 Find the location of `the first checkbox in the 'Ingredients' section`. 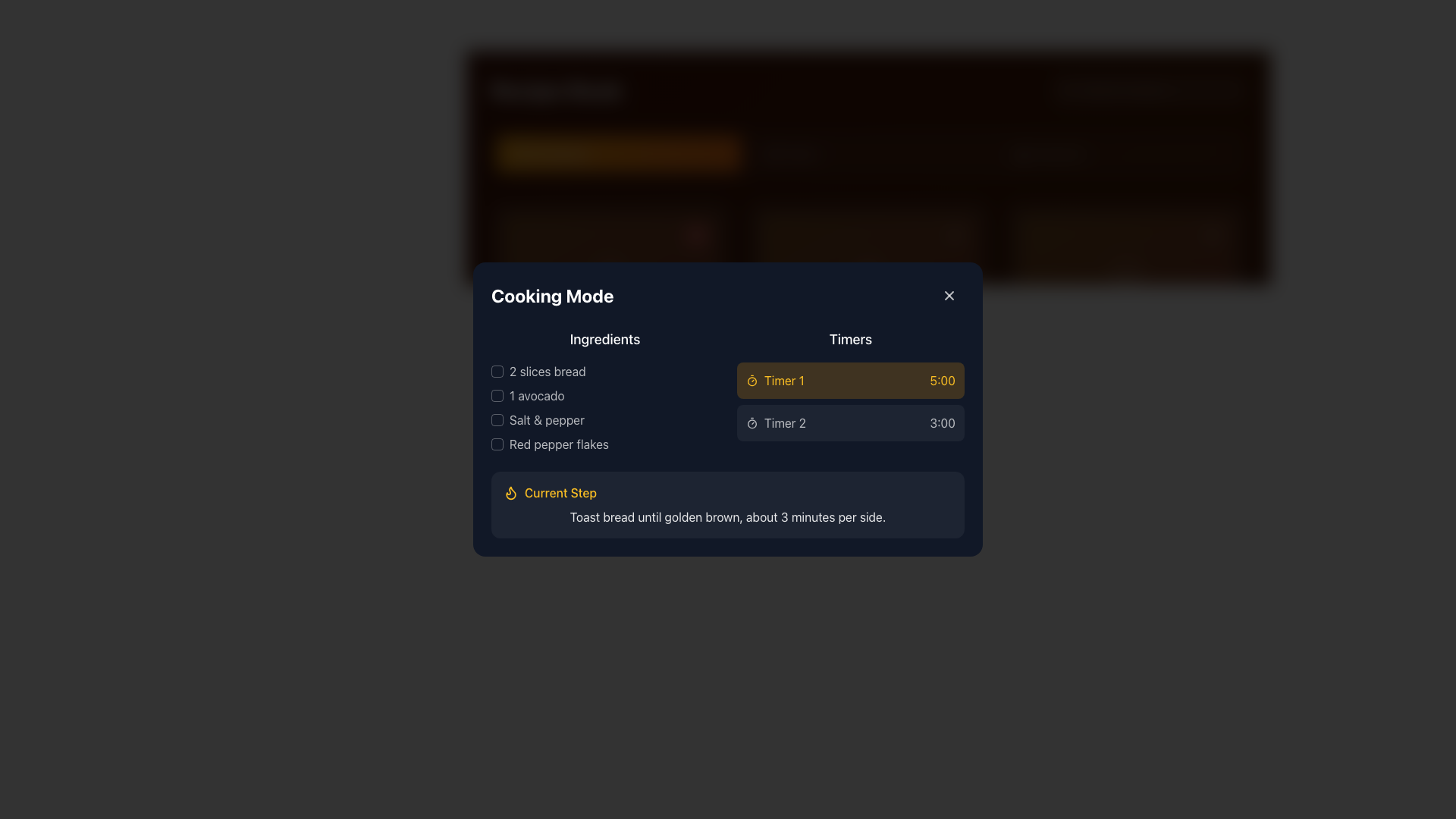

the first checkbox in the 'Ingredients' section is located at coordinates (497, 371).